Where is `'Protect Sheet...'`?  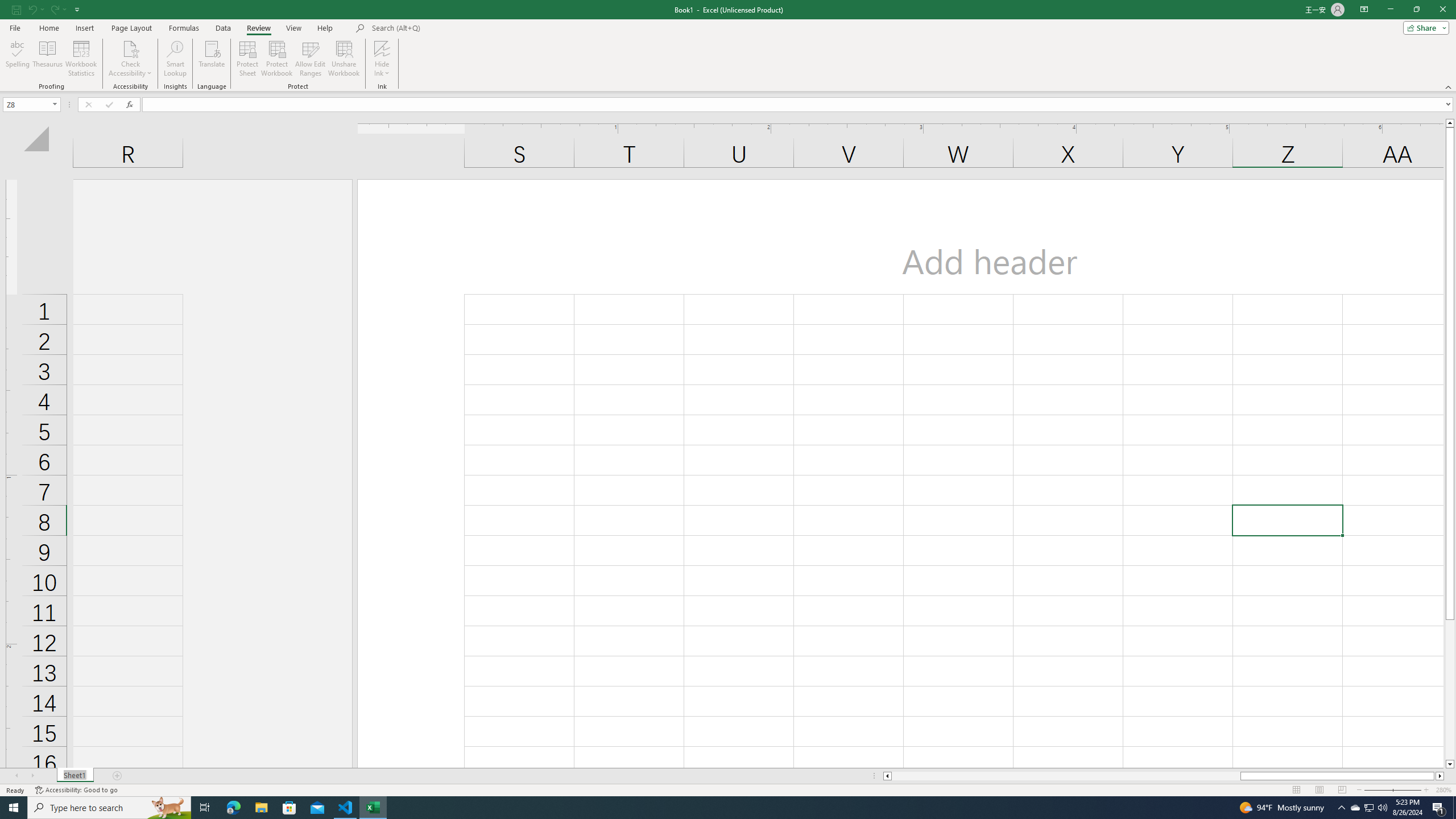 'Protect Sheet...' is located at coordinates (248, 59).